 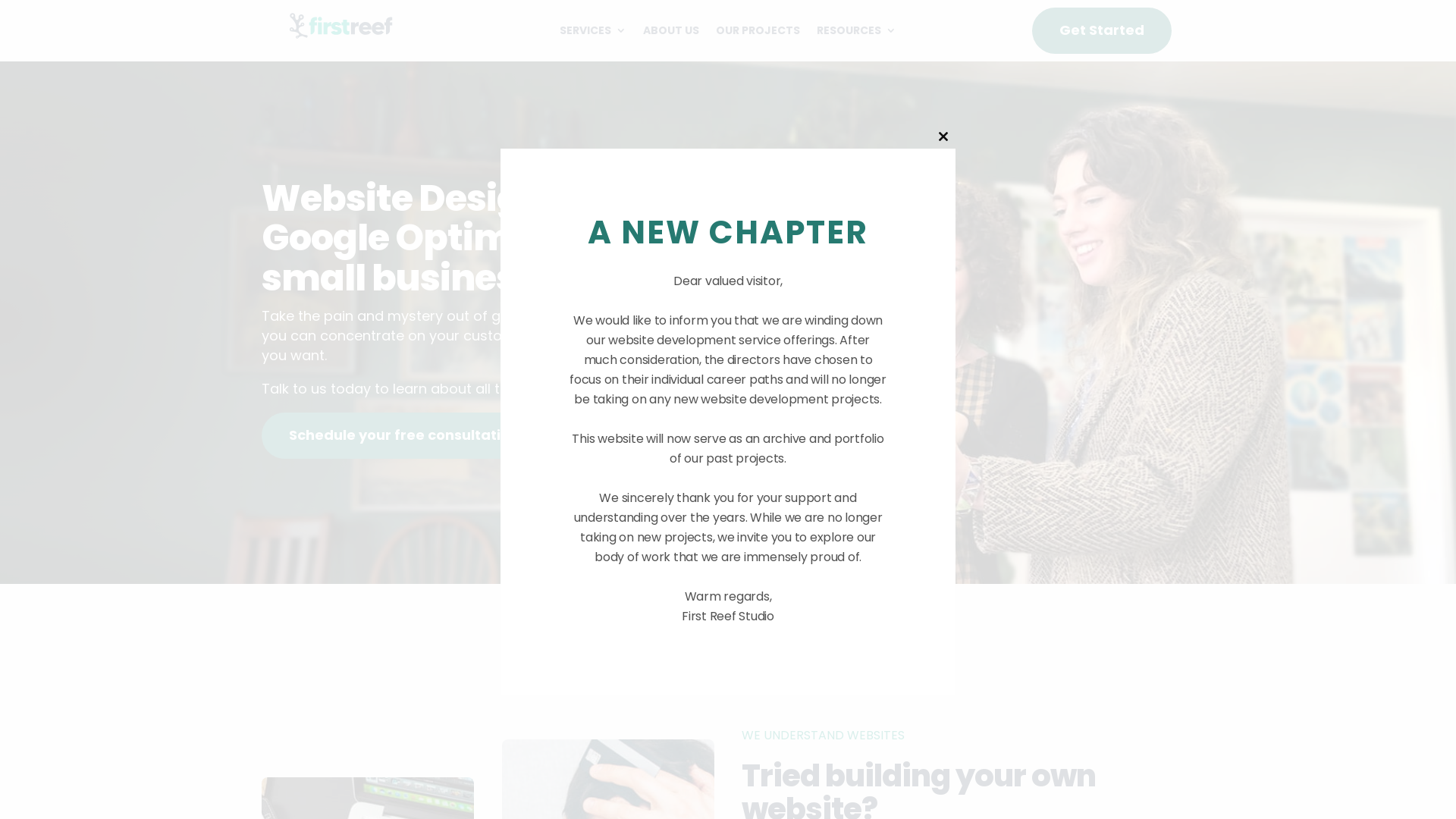 What do you see at coordinates (1102, 30) in the screenshot?
I see `'Get Started'` at bounding box center [1102, 30].